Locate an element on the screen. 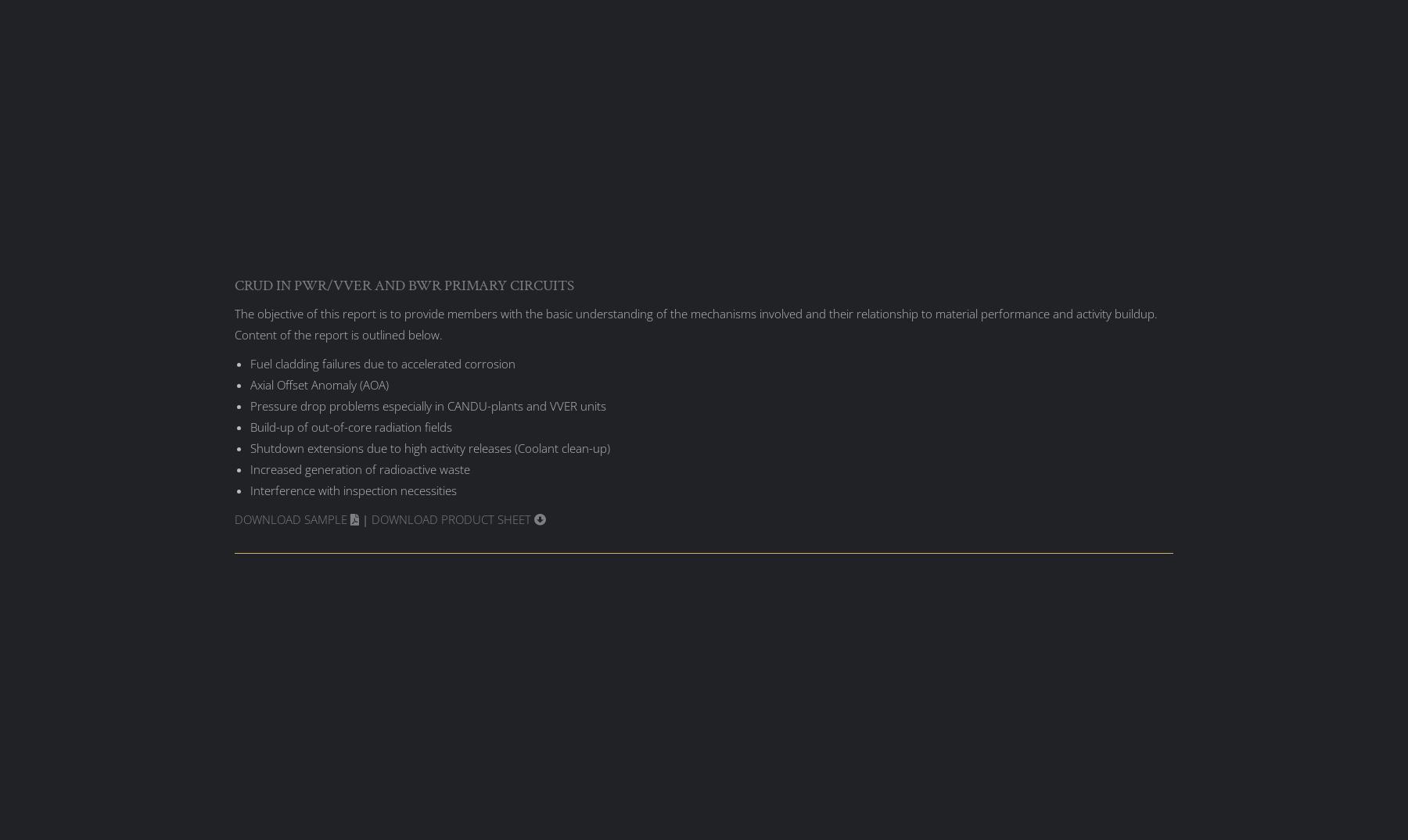  'The objective of this report is to provide members with the basic understanding of the mechanisms involved and their relationship to material performance and activity buildup. Content of the report is outlined below.' is located at coordinates (695, 323).